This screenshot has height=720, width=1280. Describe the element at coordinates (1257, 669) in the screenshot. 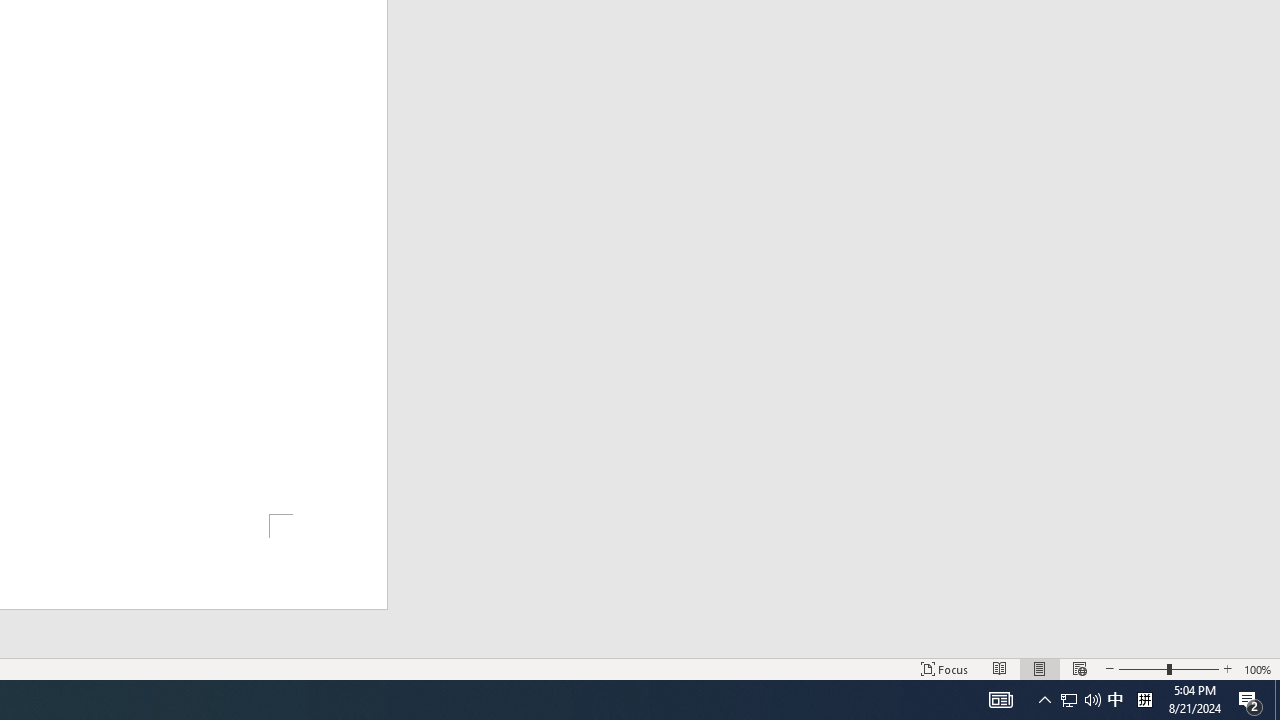

I see `'Zoom 100%'` at that location.